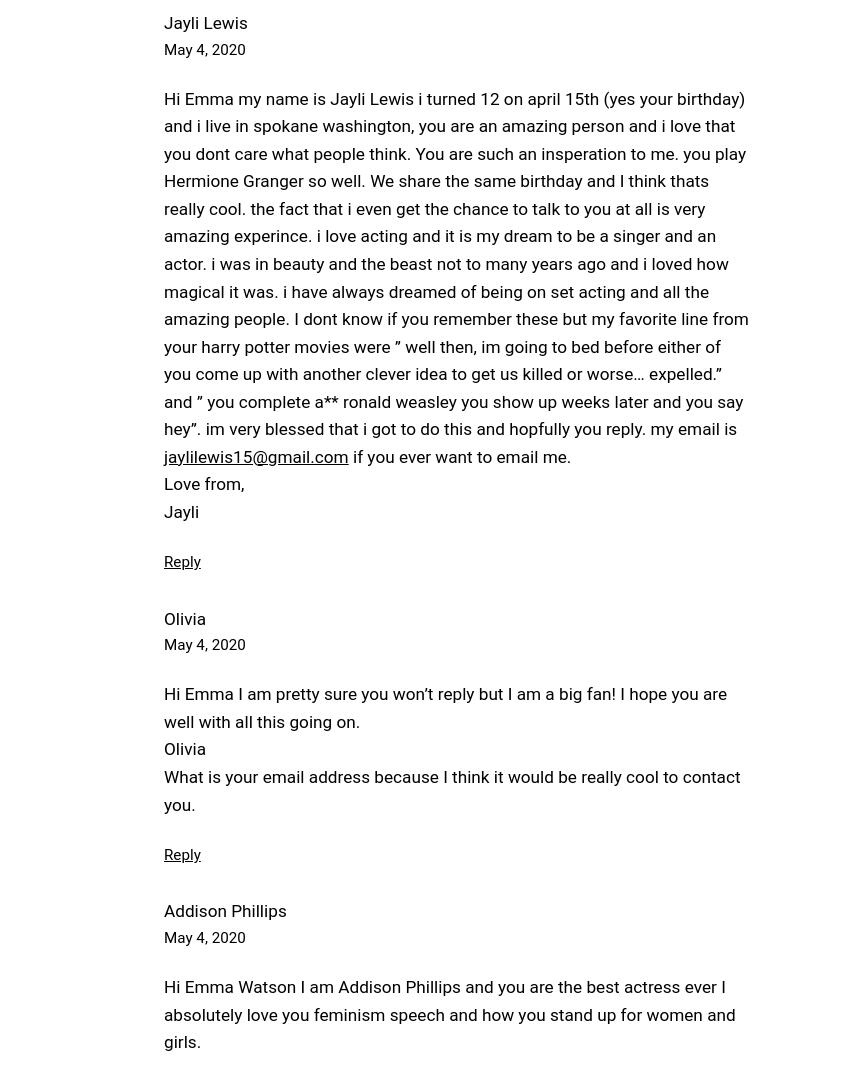 The height and width of the screenshot is (1074, 850). What do you see at coordinates (458, 455) in the screenshot?
I see `'if you ever want to email me.'` at bounding box center [458, 455].